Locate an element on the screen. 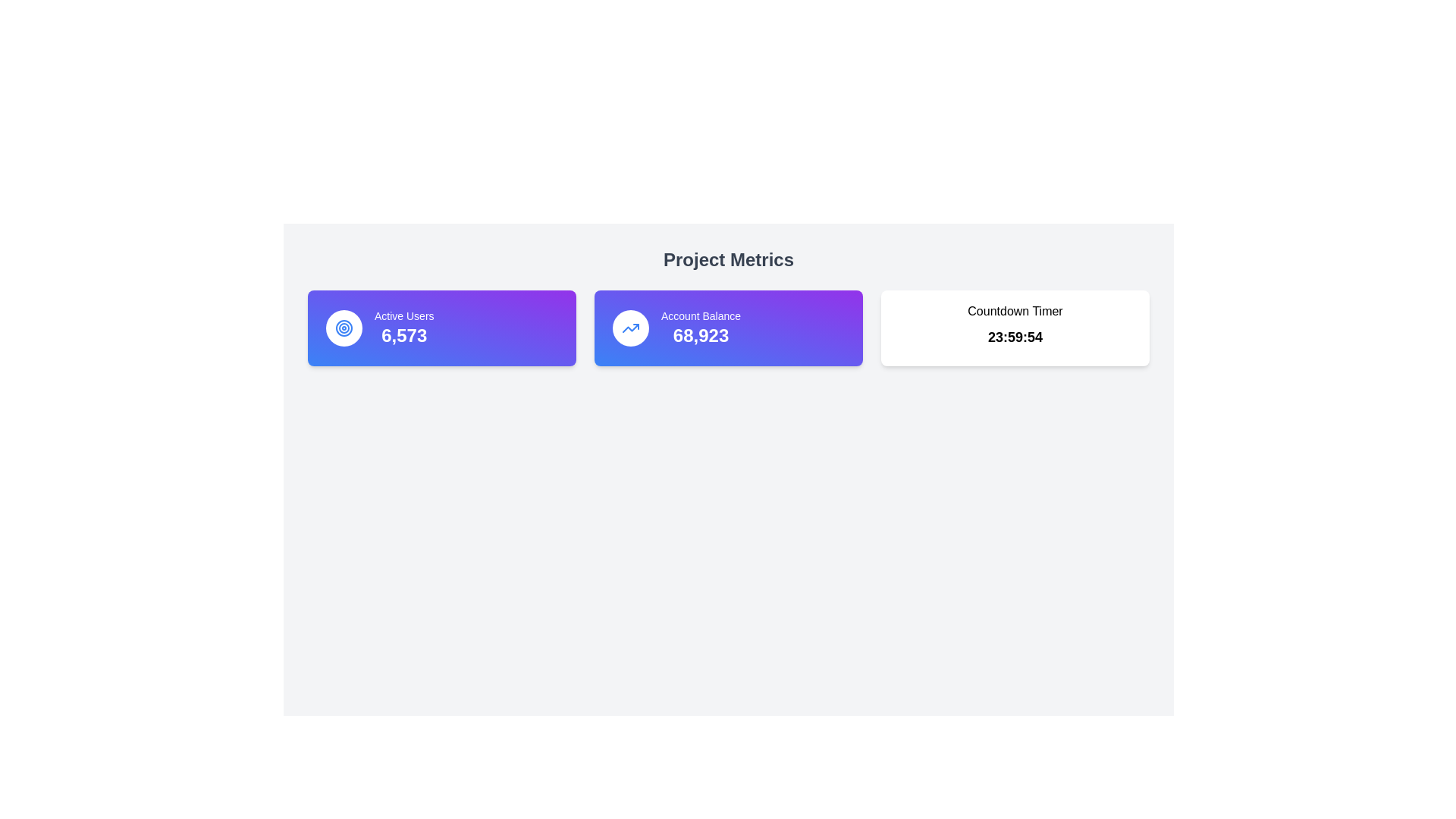 This screenshot has height=819, width=1456. the concentric circle icon resembling a target symbol, located within the 'Active Users' card above the numerical value '6,573' is located at coordinates (344, 327).